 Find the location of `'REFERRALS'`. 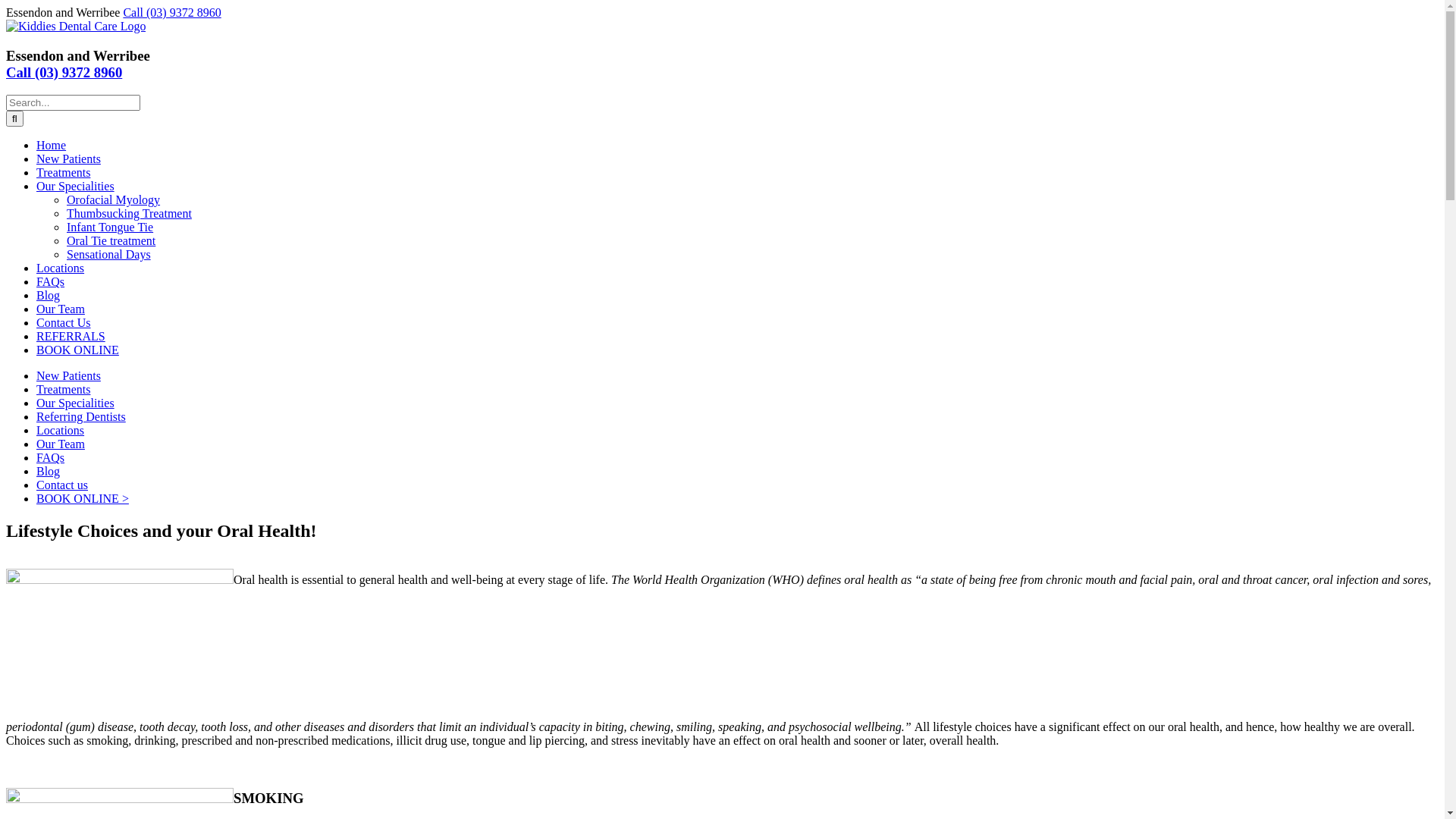

'REFERRALS' is located at coordinates (70, 335).